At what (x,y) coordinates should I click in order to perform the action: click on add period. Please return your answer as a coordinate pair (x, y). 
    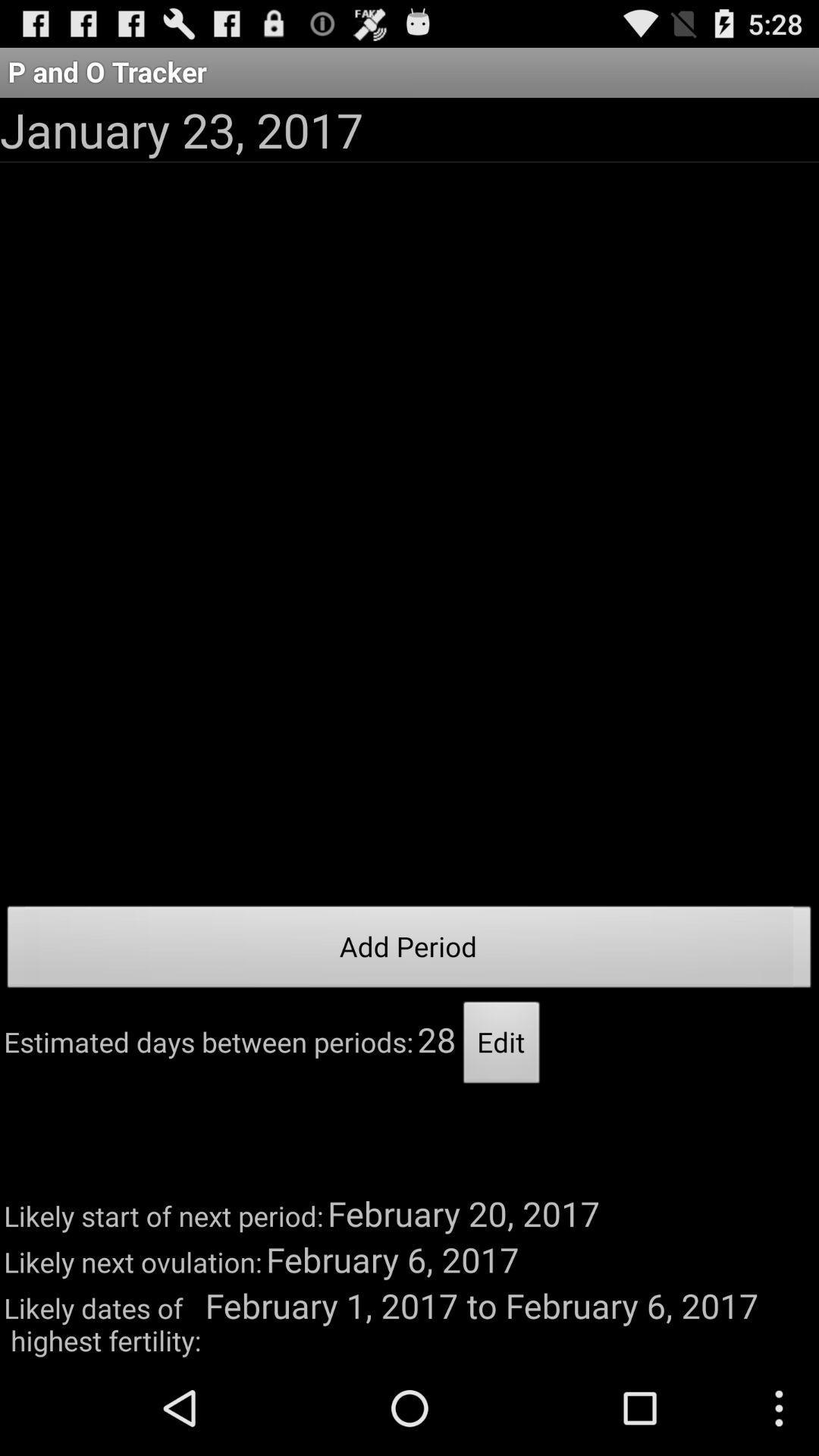
    Looking at the image, I should click on (409, 950).